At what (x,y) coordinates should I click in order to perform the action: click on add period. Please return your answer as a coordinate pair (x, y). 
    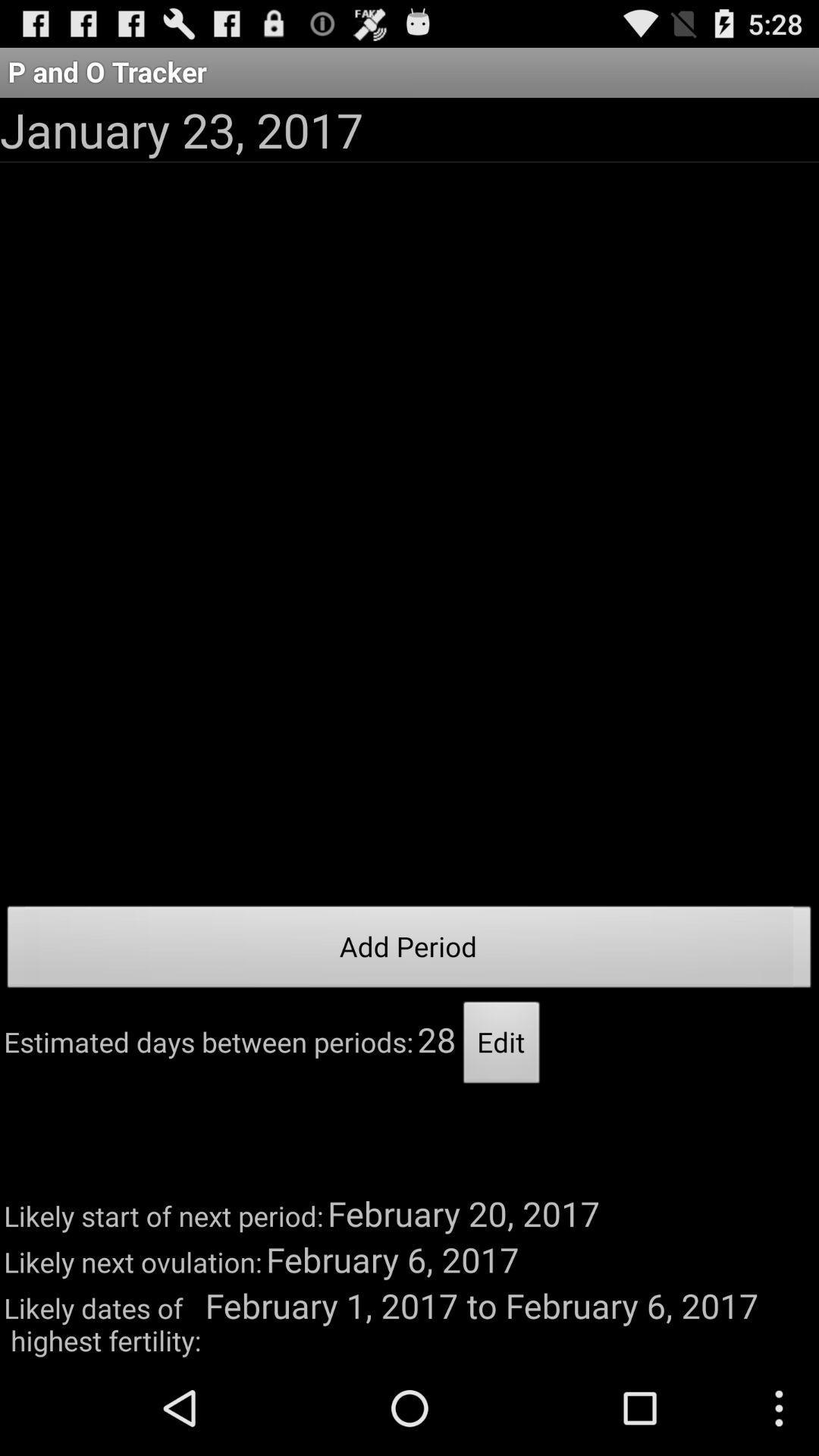
    Looking at the image, I should click on (409, 950).